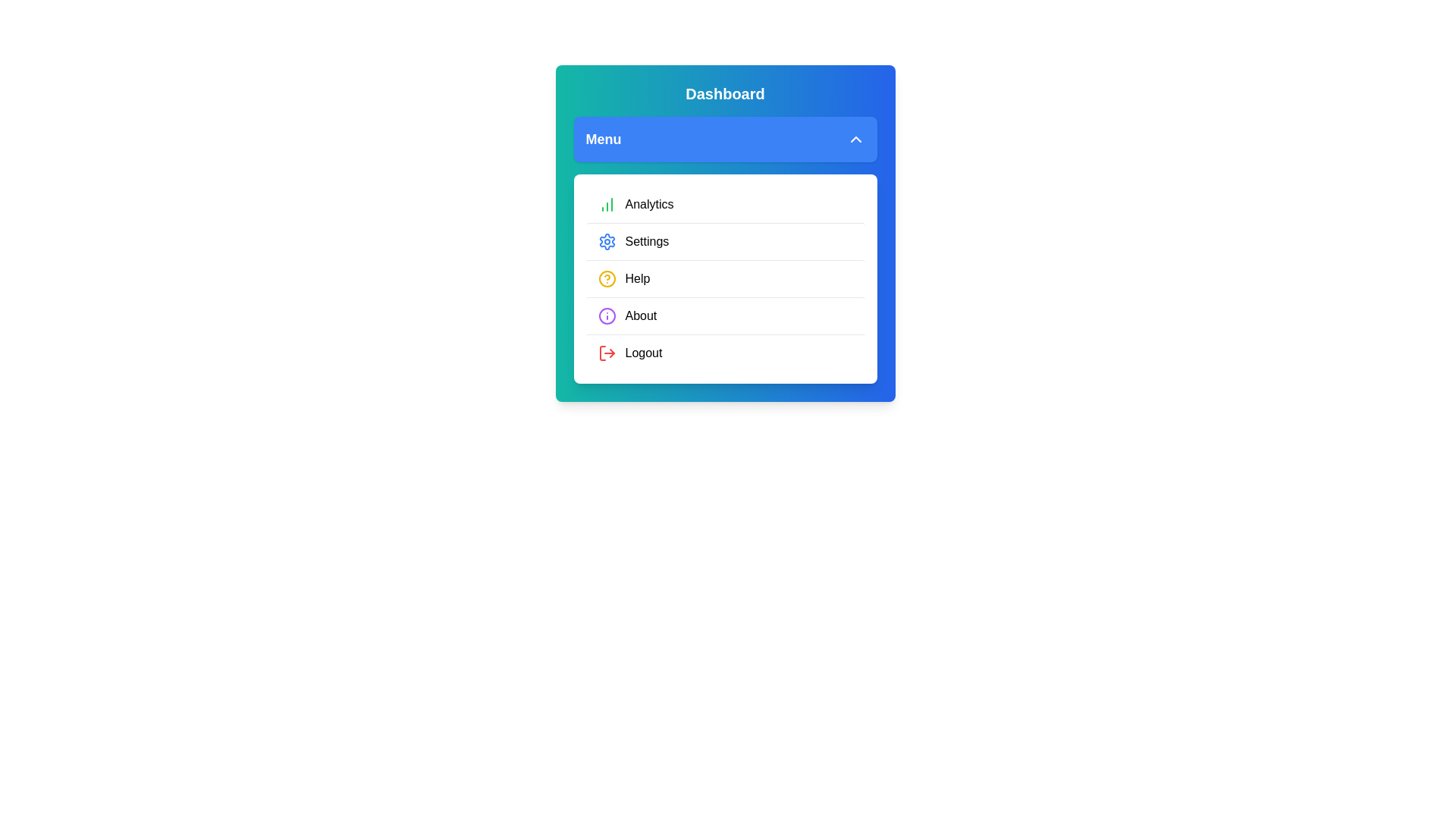 This screenshot has height=819, width=1456. I want to click on the 'About' text label in the dropdown menu, so click(641, 315).